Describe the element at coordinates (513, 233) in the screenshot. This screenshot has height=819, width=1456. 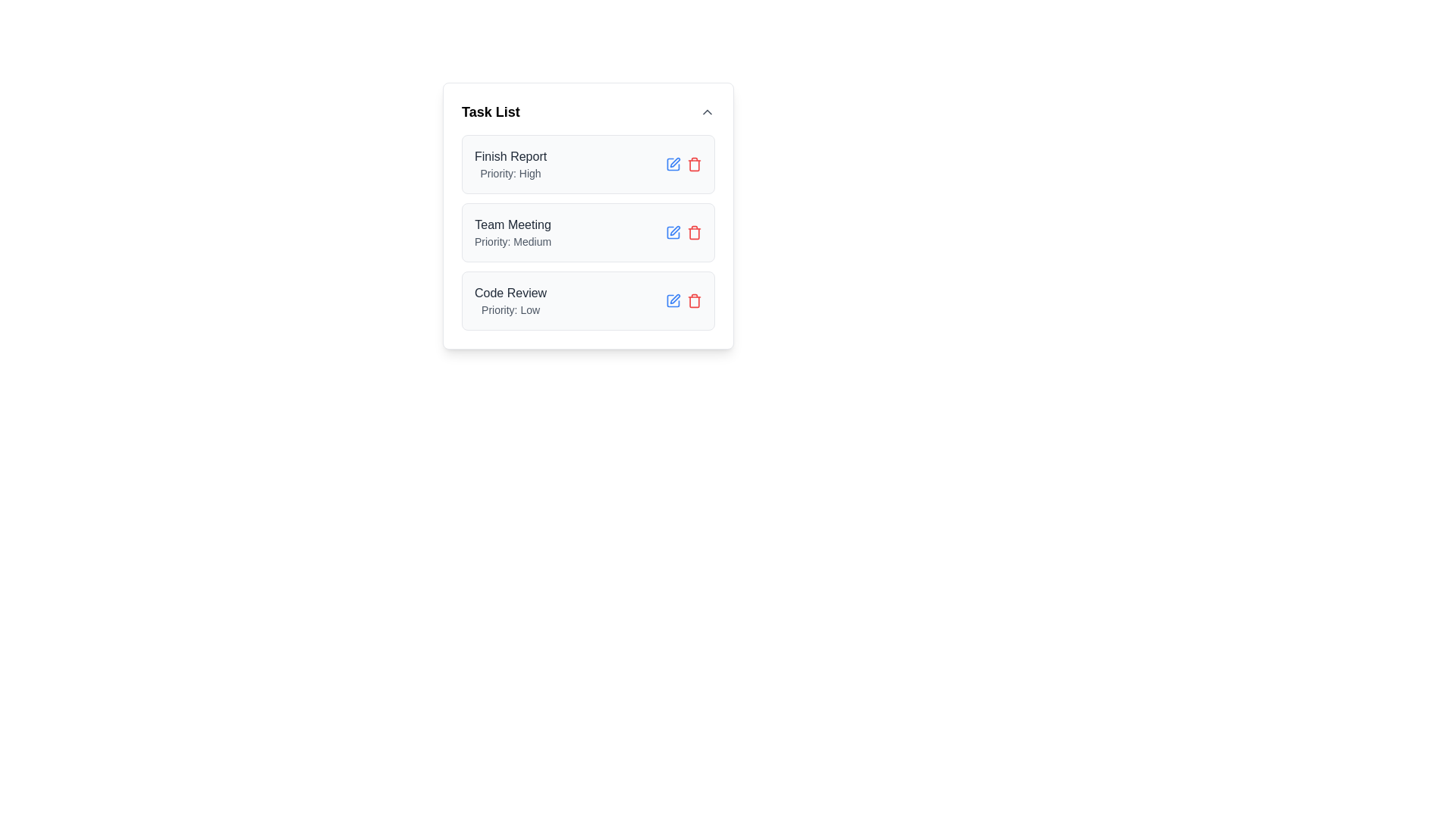
I see `the text block displaying 'Team Meeting' with 'Priority: Medium' below it, located in the second task item of the task list` at that location.